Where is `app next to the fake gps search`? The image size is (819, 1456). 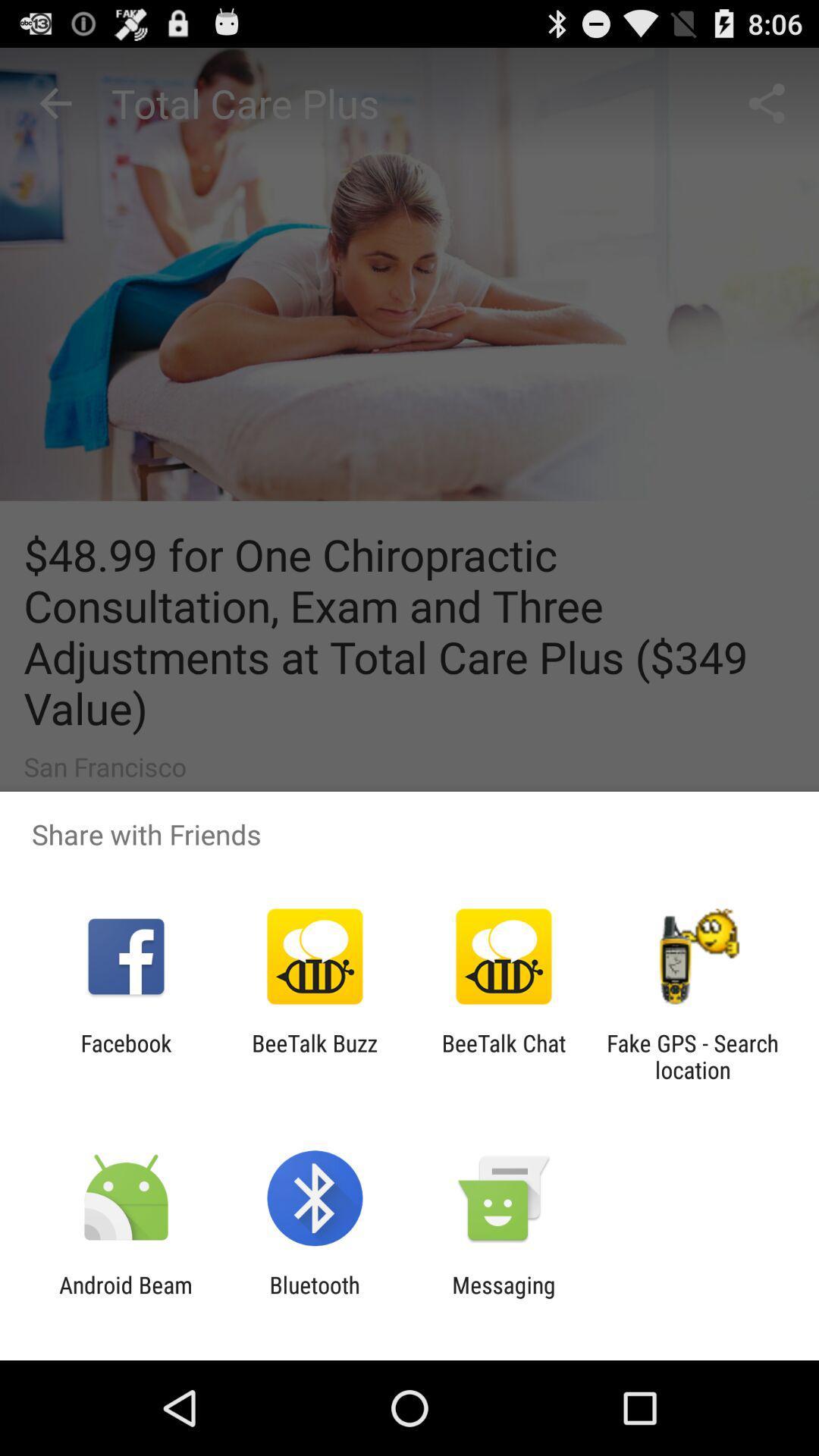 app next to the fake gps search is located at coordinates (504, 1056).